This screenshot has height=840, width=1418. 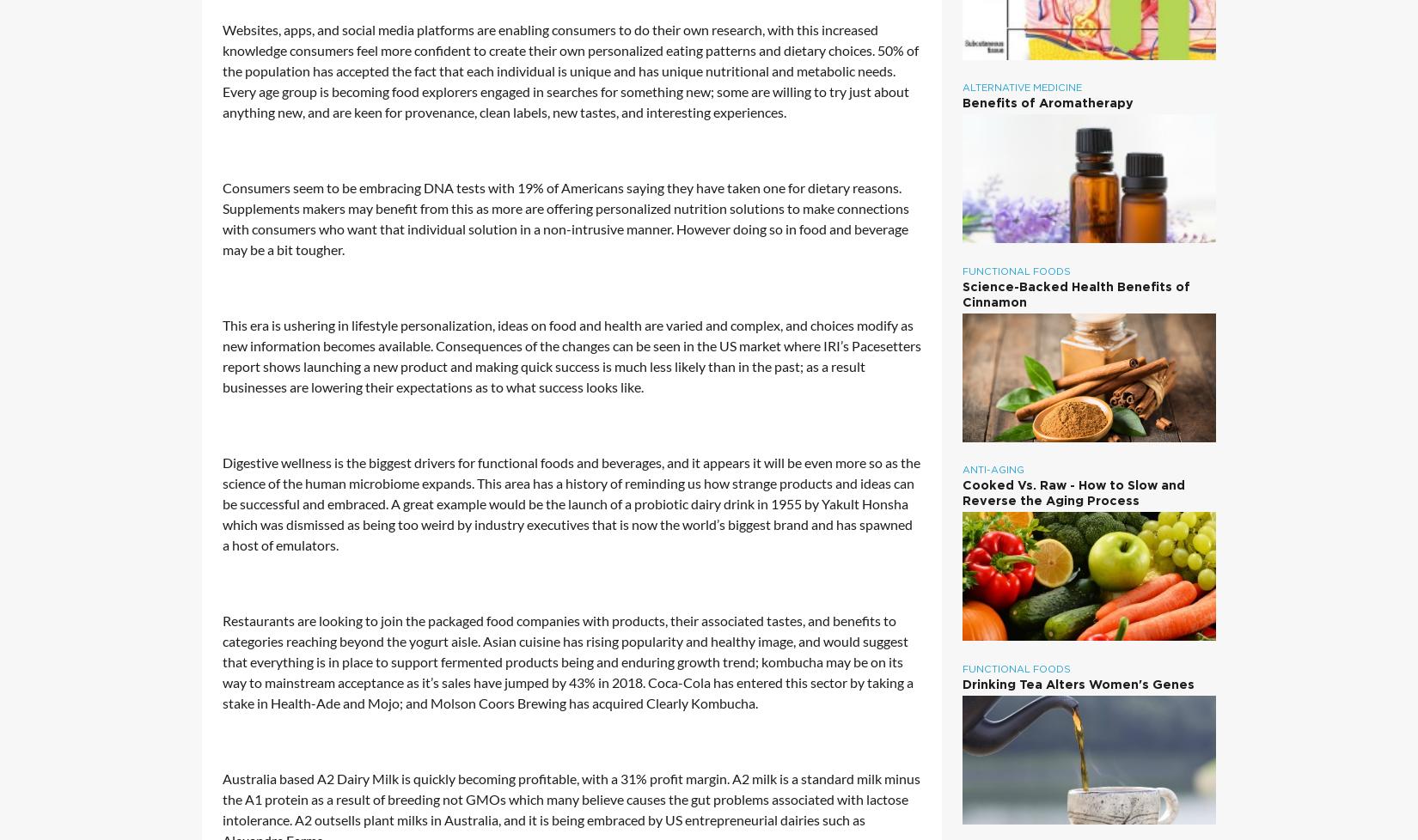 I want to click on 'Websites, apps, and social media platforms are enabling consumers to do their own research, with this increased knowledge consumers feel more confident to create their own personalized eating patterns and dietary choices. 50% of the population has accepted the fact that each individual is unique and has unique nutritional and metabolic needs. Every age group is becoming food explorers engaged in searches for something new; some are willing to try just about anything new, and are keen for provenance, clean labels, new tastes, and interesting experiences.', so click(x=569, y=70).